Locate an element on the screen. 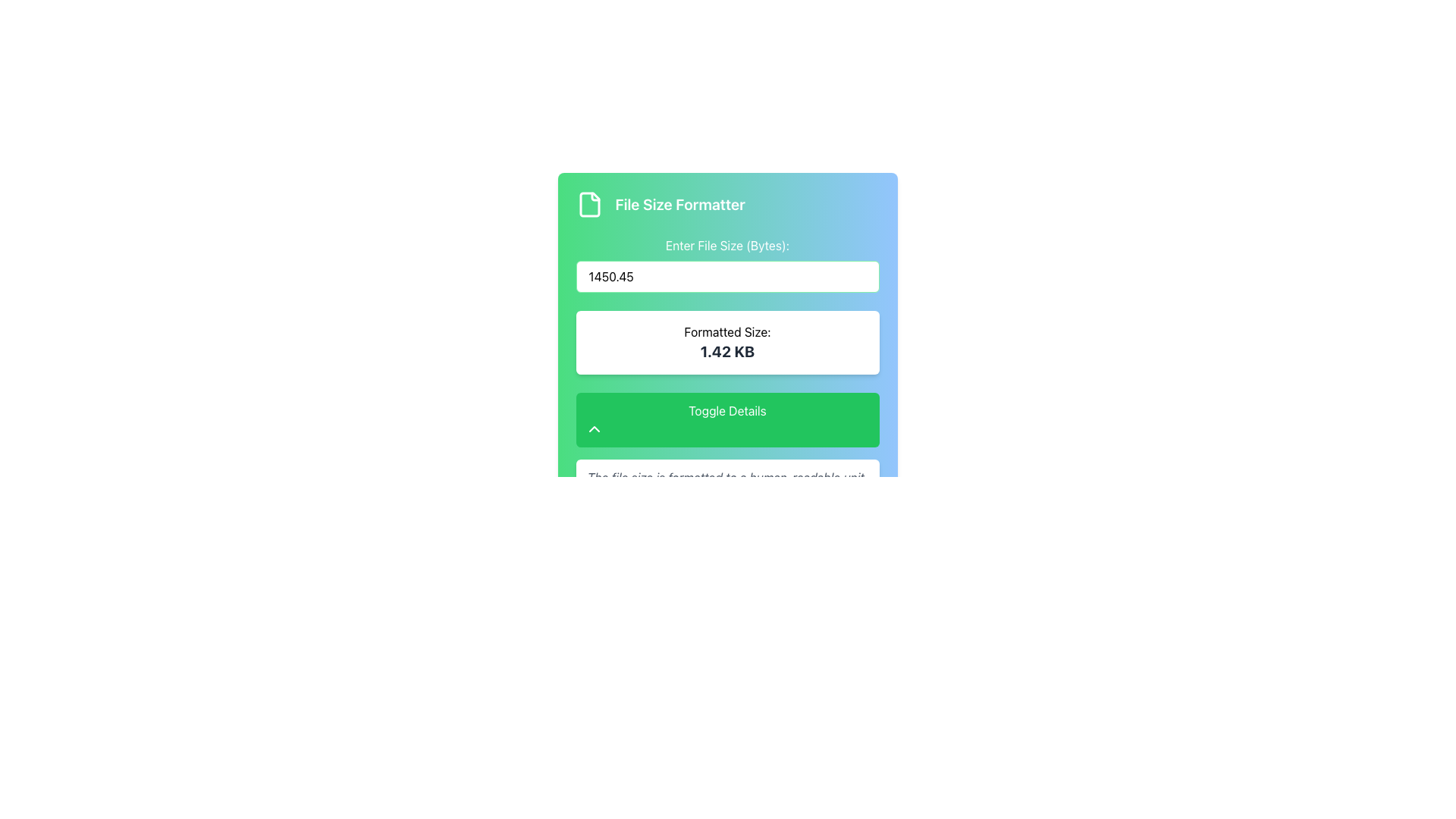 The image size is (1456, 819). descriptive text located at the bottom of the card layout, below the 'Toggle Details' button, which explains the purpose of file size formatting is located at coordinates (726, 476).